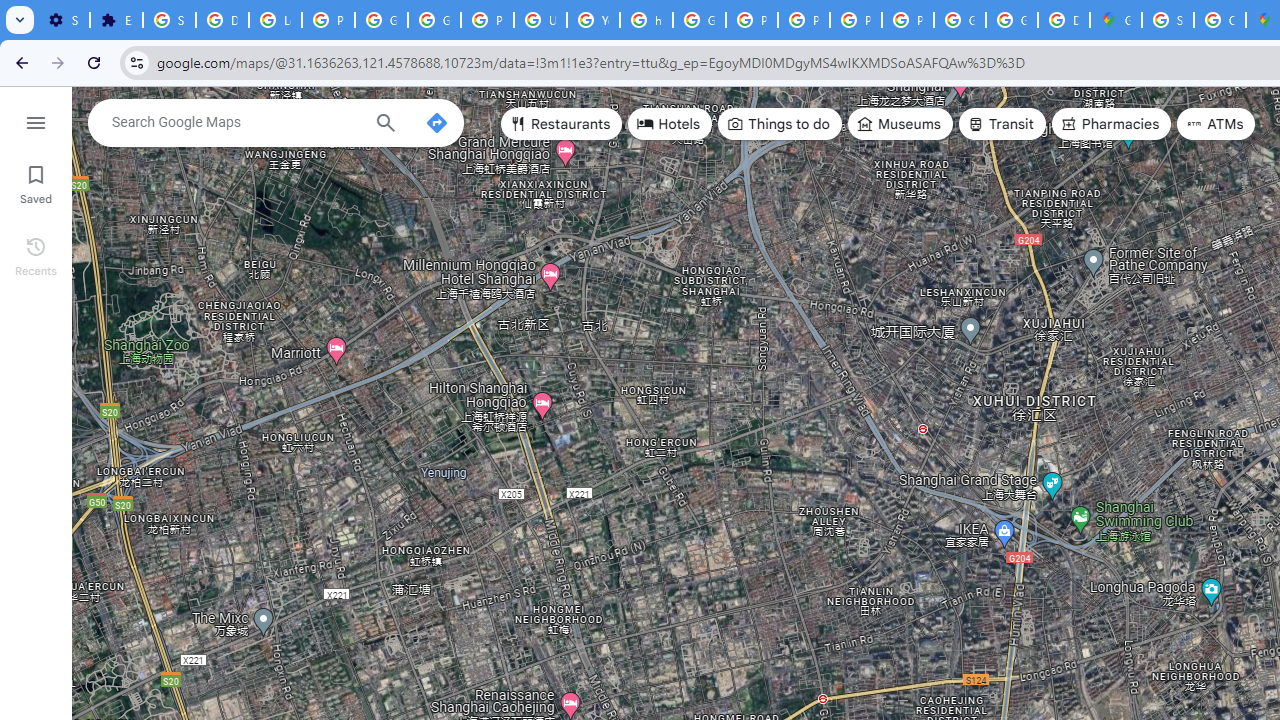 The image size is (1280, 720). What do you see at coordinates (646, 20) in the screenshot?
I see `'https://scholar.google.com/'` at bounding box center [646, 20].